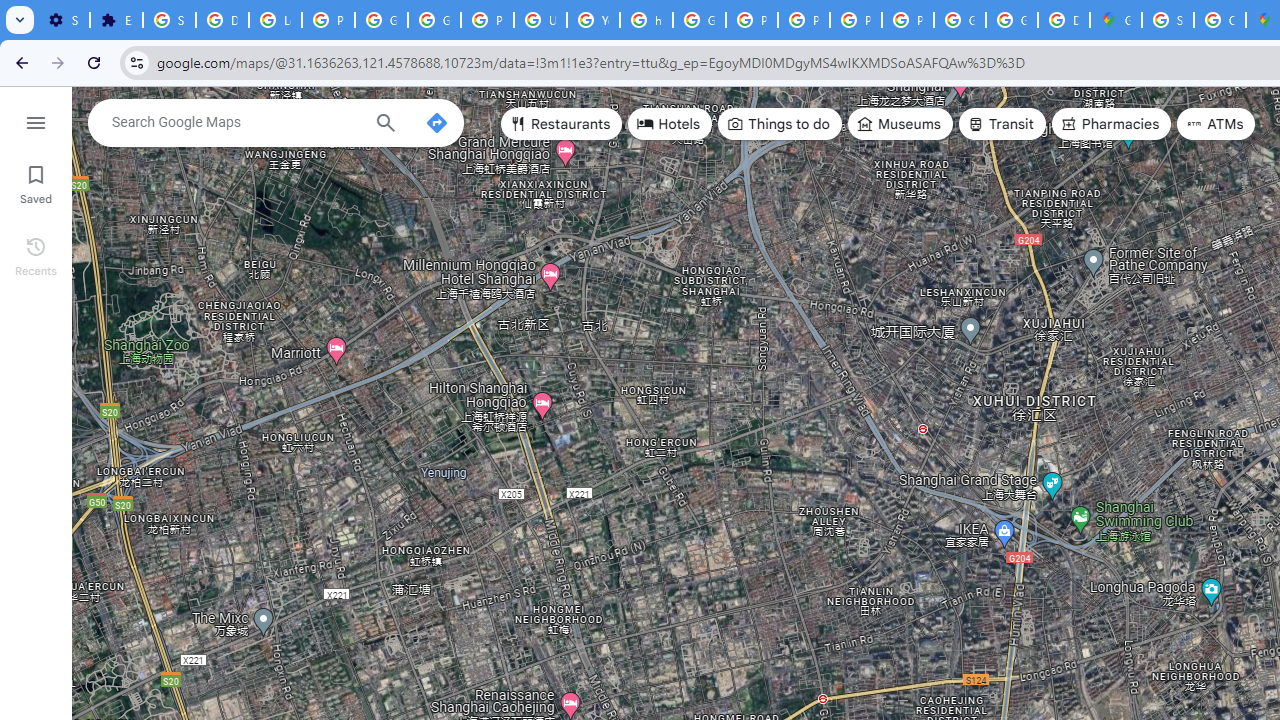 The image size is (1280, 720). What do you see at coordinates (646, 20) in the screenshot?
I see `'https://scholar.google.com/'` at bounding box center [646, 20].